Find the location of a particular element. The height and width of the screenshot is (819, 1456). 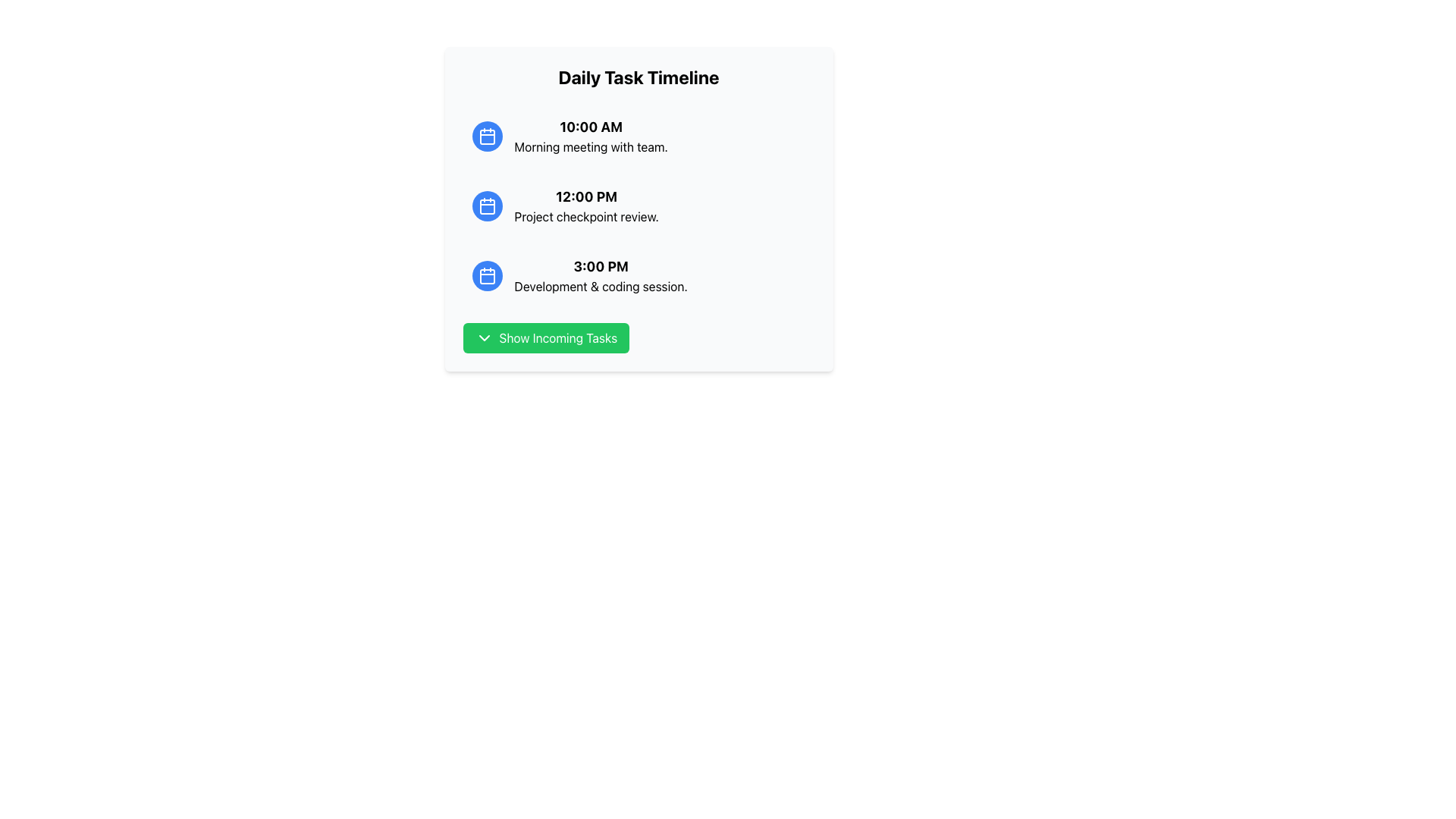

the calendar icon, which is the second in a vertical sequence of three icons, located to the left of the text '12:00 PM Project checkpoint review' in the timeline list is located at coordinates (487, 206).